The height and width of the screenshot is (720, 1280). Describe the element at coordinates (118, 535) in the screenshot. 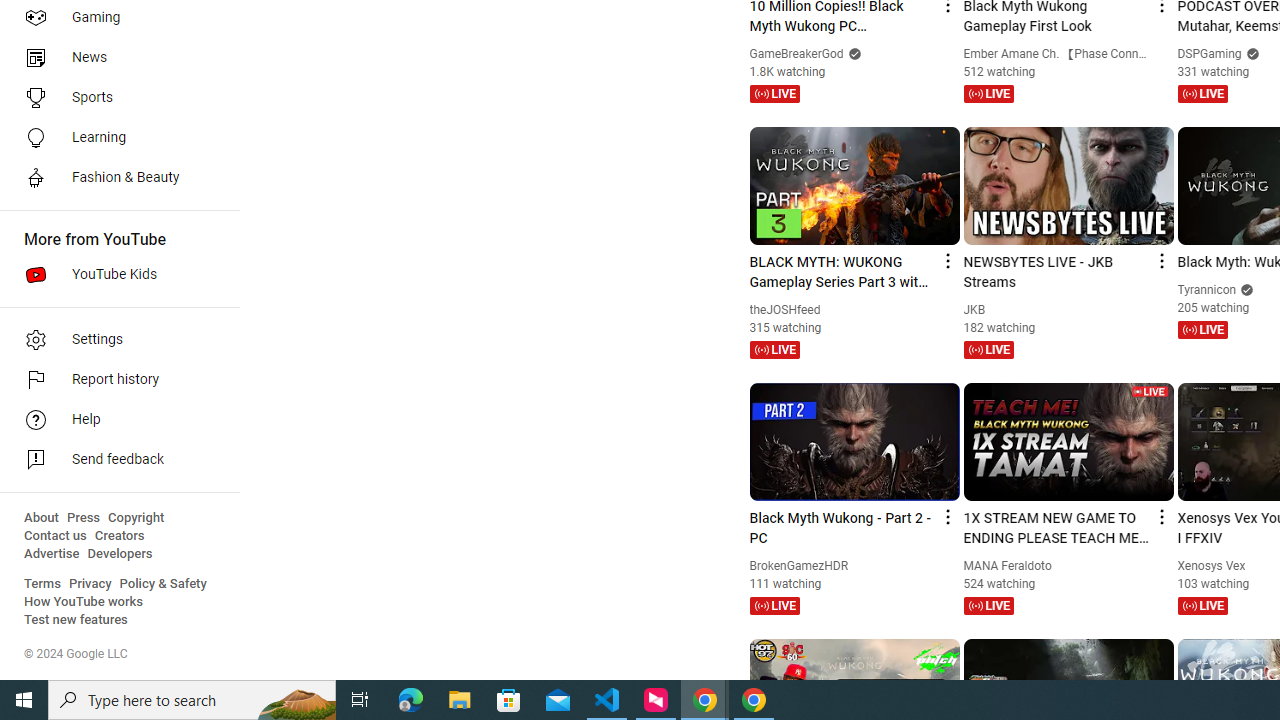

I see `'Creators'` at that location.